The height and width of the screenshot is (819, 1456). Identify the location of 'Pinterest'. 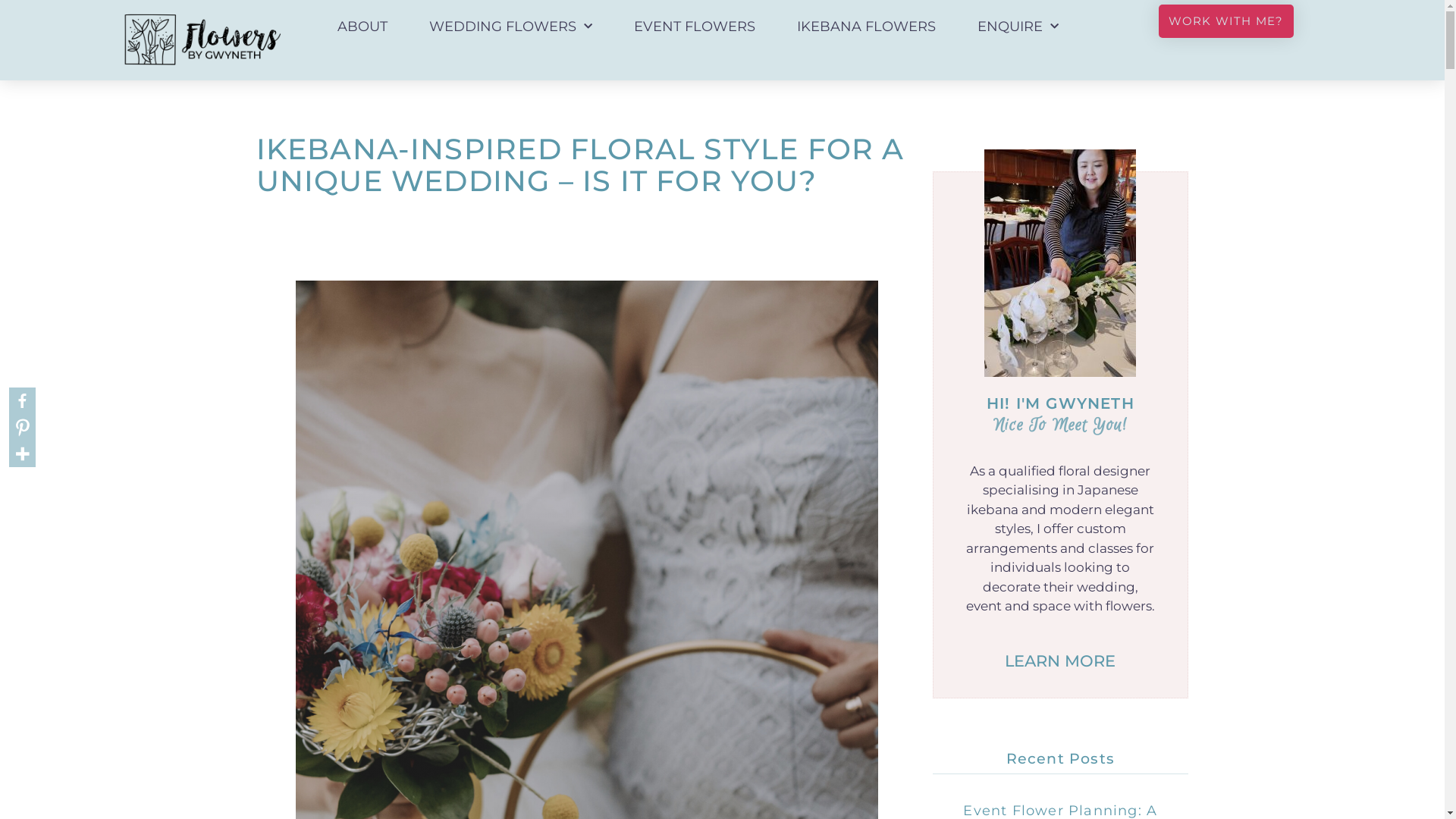
(22, 427).